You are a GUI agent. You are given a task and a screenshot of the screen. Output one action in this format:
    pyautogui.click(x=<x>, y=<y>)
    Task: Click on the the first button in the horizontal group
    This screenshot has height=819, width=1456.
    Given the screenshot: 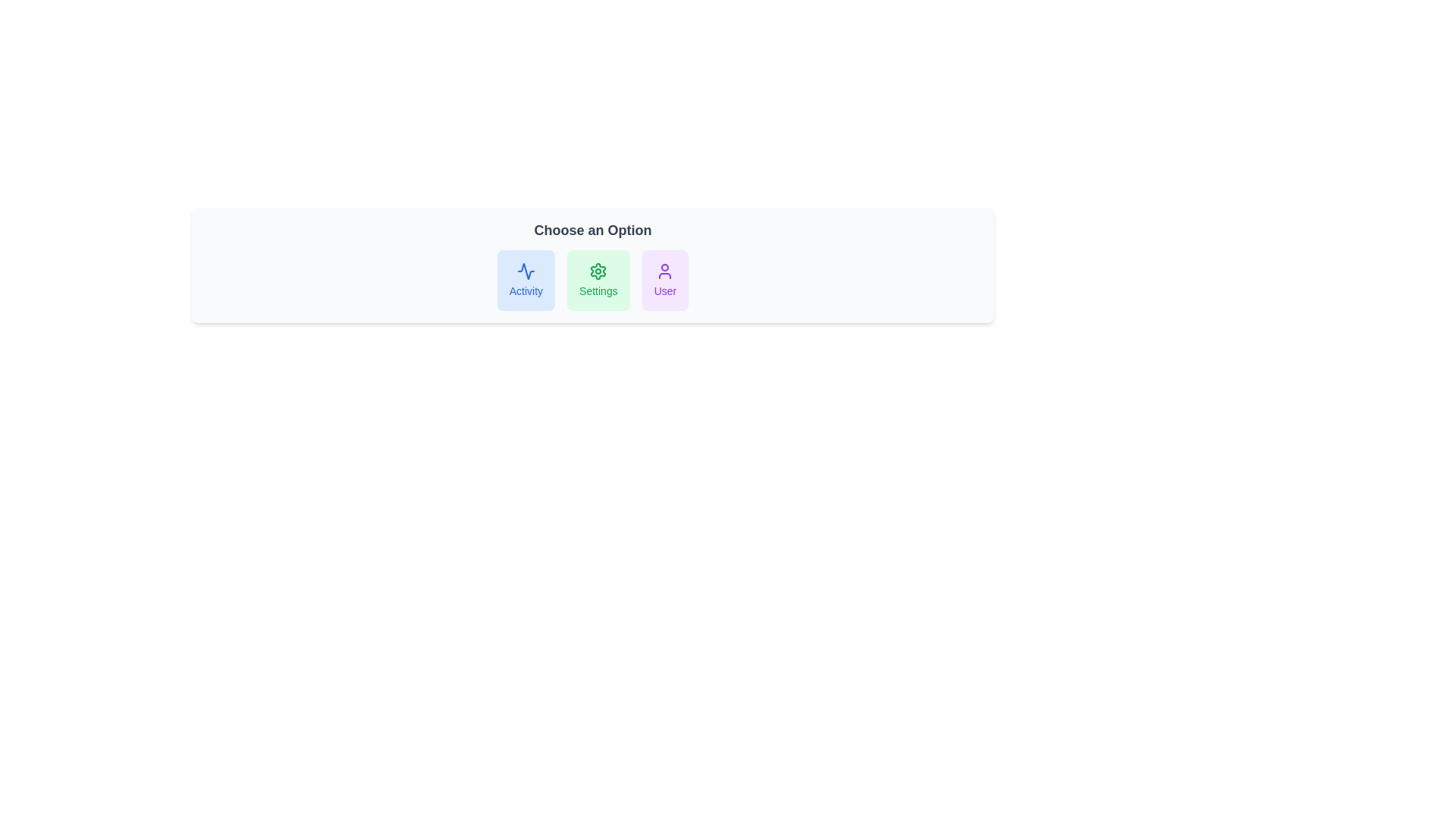 What is the action you would take?
    pyautogui.click(x=526, y=281)
    